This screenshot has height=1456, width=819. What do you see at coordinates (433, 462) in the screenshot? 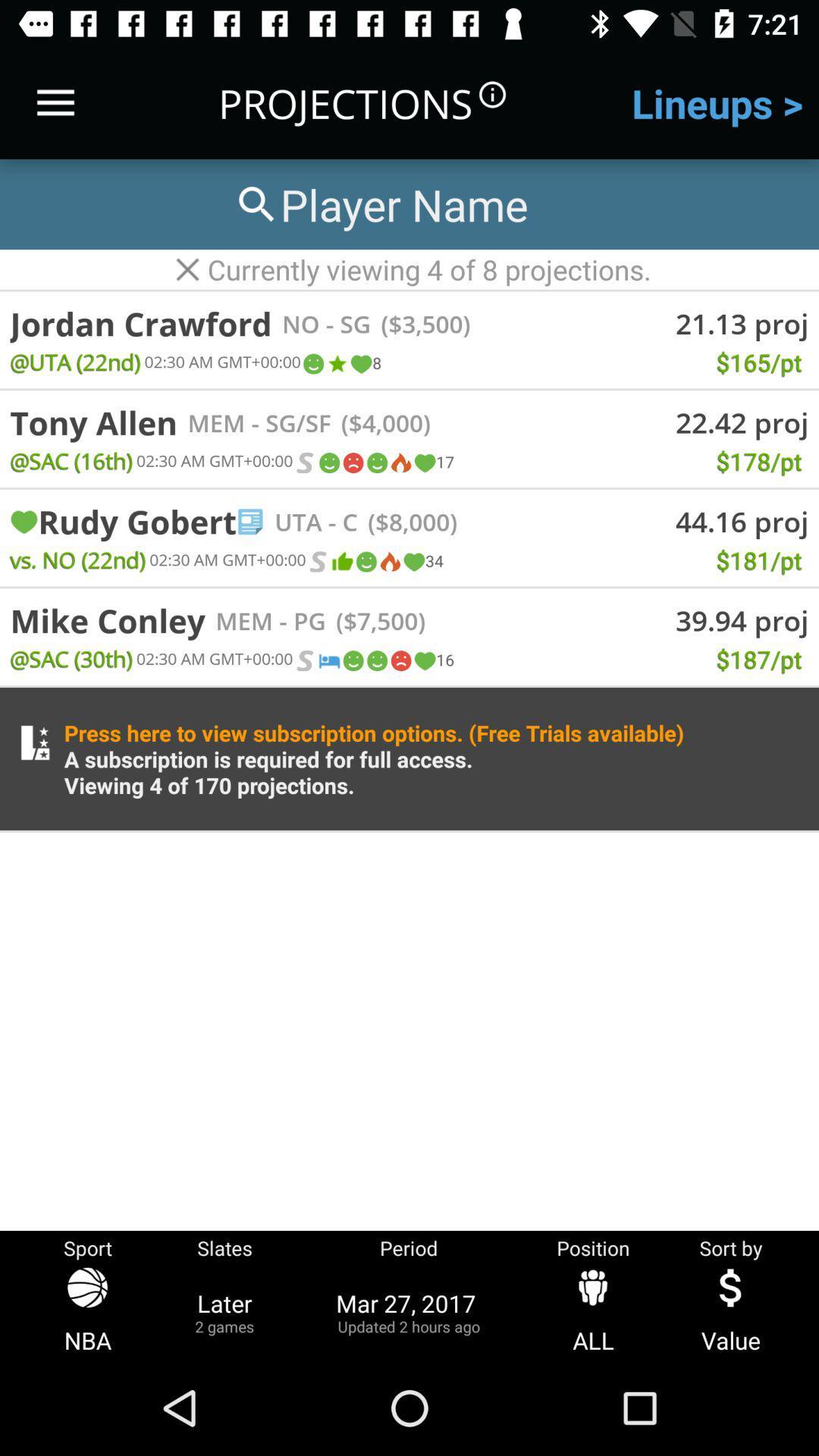
I see `icon to the left of $178/pt item` at bounding box center [433, 462].